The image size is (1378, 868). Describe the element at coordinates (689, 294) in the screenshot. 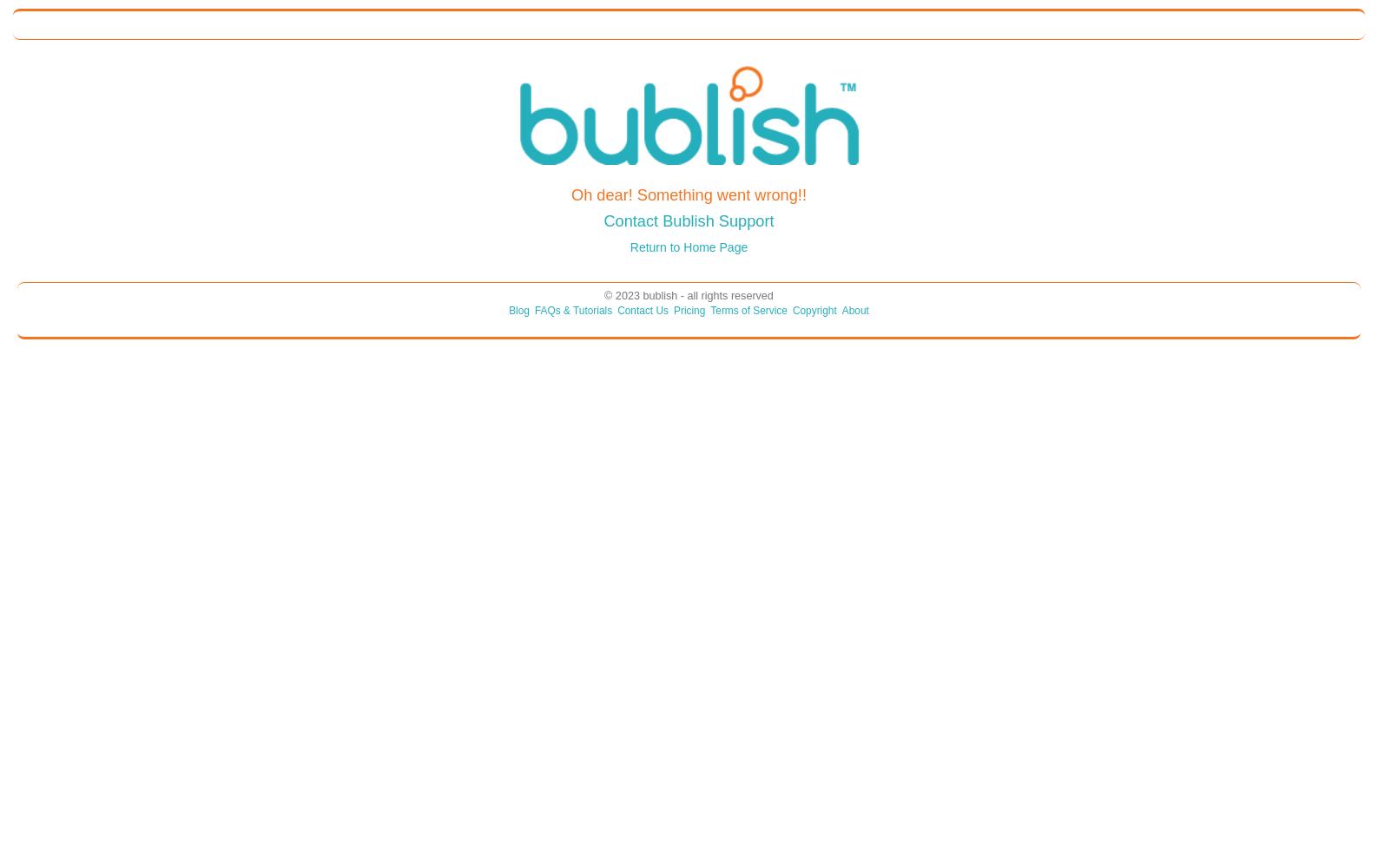

I see `'© 2023 bublish - all rights reserved'` at that location.